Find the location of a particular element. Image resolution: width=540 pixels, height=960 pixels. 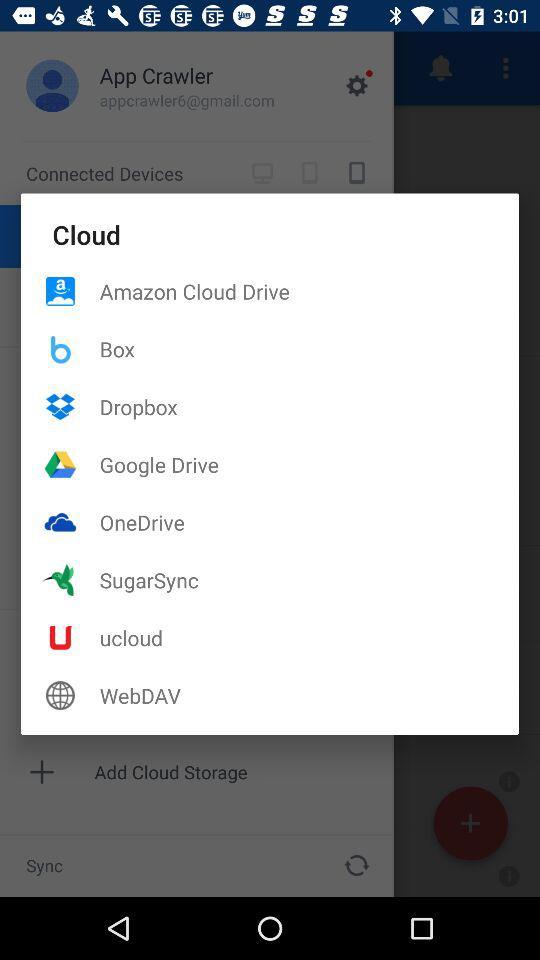

onedrive item is located at coordinates (309, 521).